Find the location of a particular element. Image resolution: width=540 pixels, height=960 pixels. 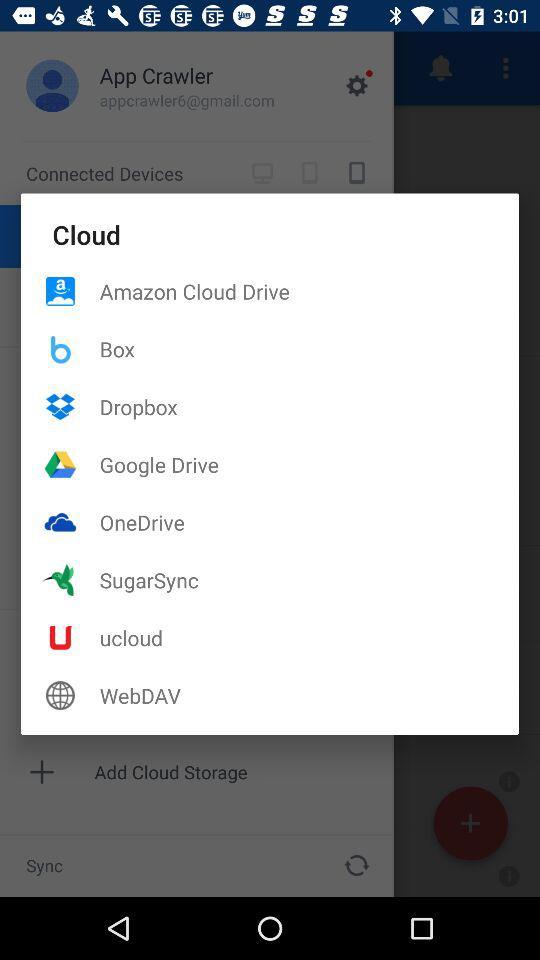

onedrive item is located at coordinates (309, 521).